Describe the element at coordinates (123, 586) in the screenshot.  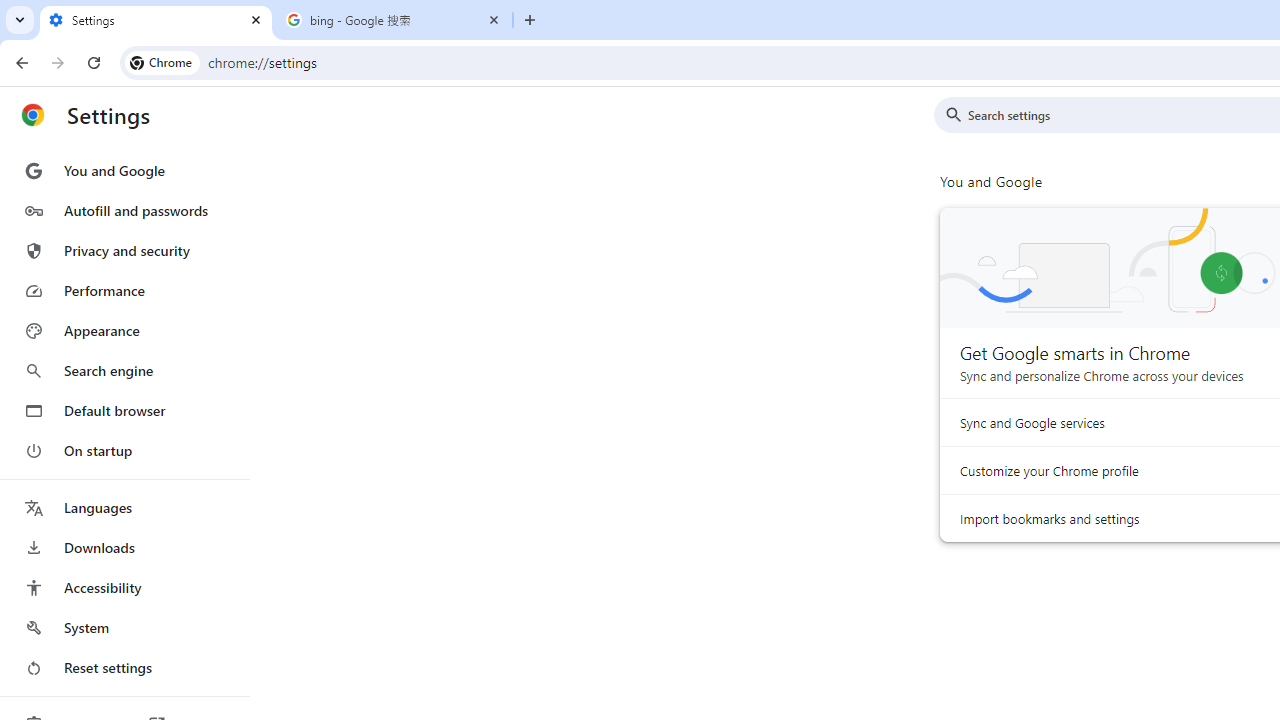
I see `'Accessibility'` at that location.